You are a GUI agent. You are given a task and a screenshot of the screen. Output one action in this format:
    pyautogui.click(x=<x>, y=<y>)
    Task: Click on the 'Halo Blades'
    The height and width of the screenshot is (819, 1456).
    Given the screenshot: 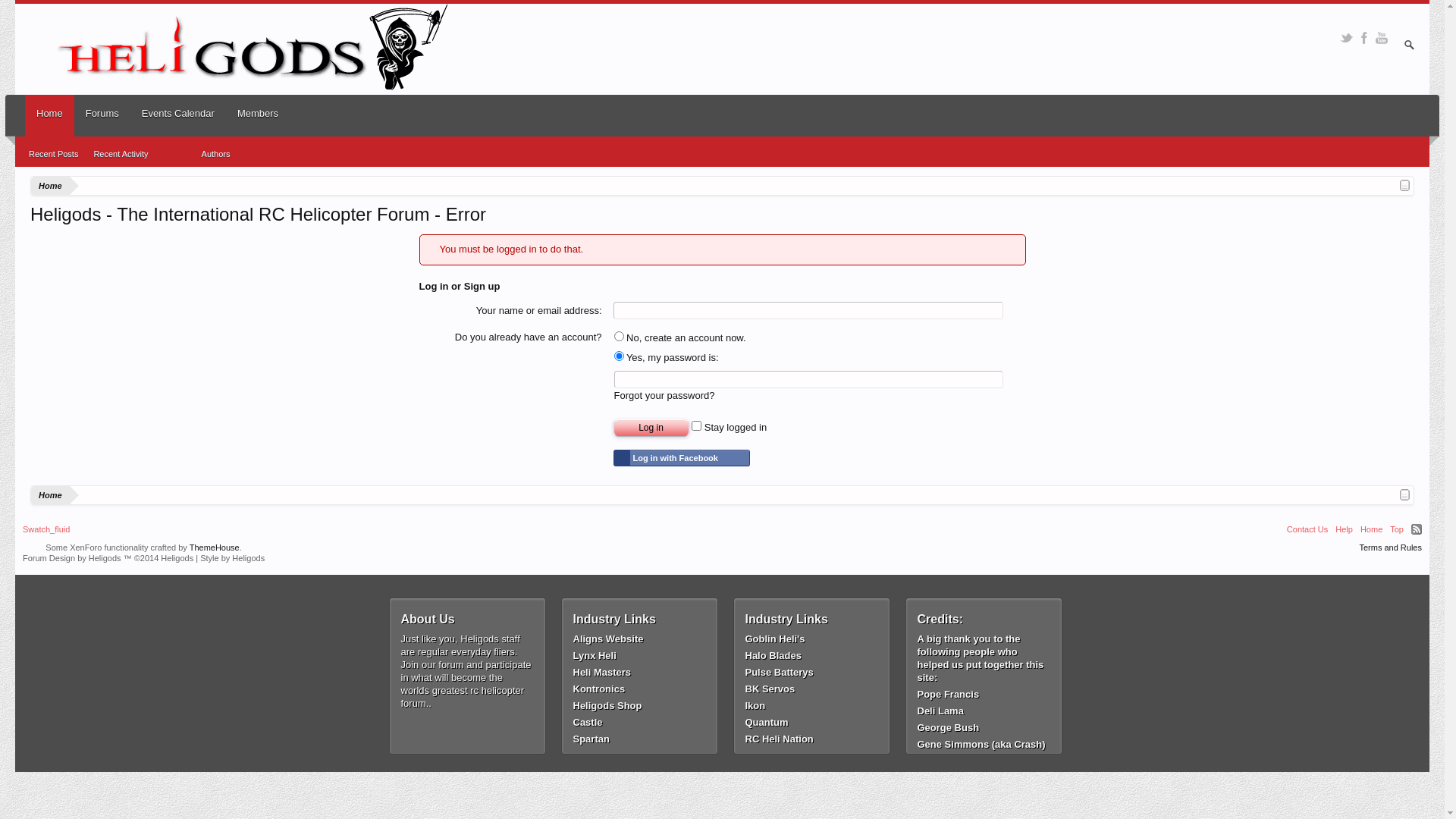 What is the action you would take?
    pyautogui.click(x=810, y=654)
    